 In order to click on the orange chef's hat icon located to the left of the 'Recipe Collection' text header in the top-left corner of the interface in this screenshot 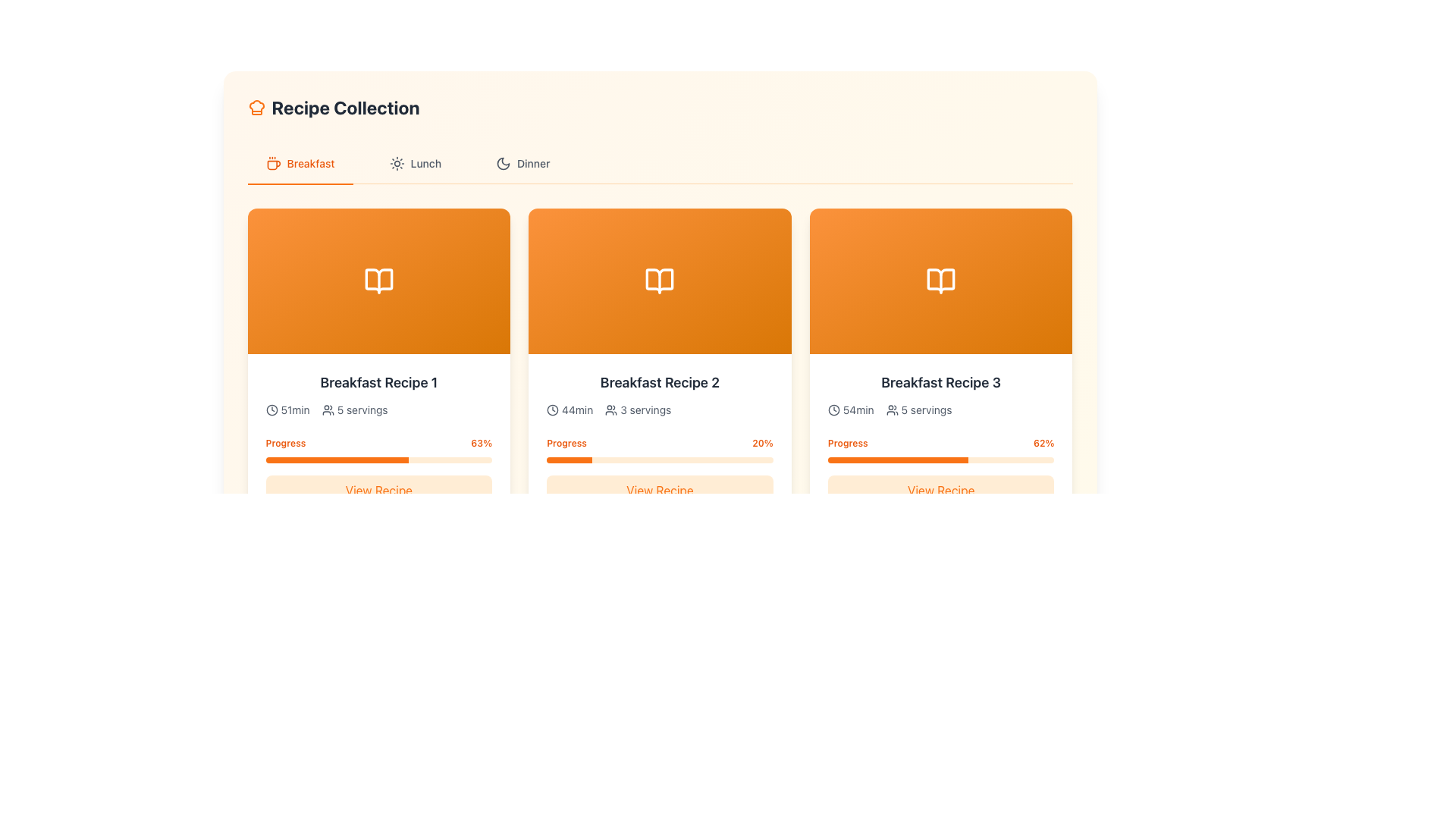, I will do `click(256, 106)`.